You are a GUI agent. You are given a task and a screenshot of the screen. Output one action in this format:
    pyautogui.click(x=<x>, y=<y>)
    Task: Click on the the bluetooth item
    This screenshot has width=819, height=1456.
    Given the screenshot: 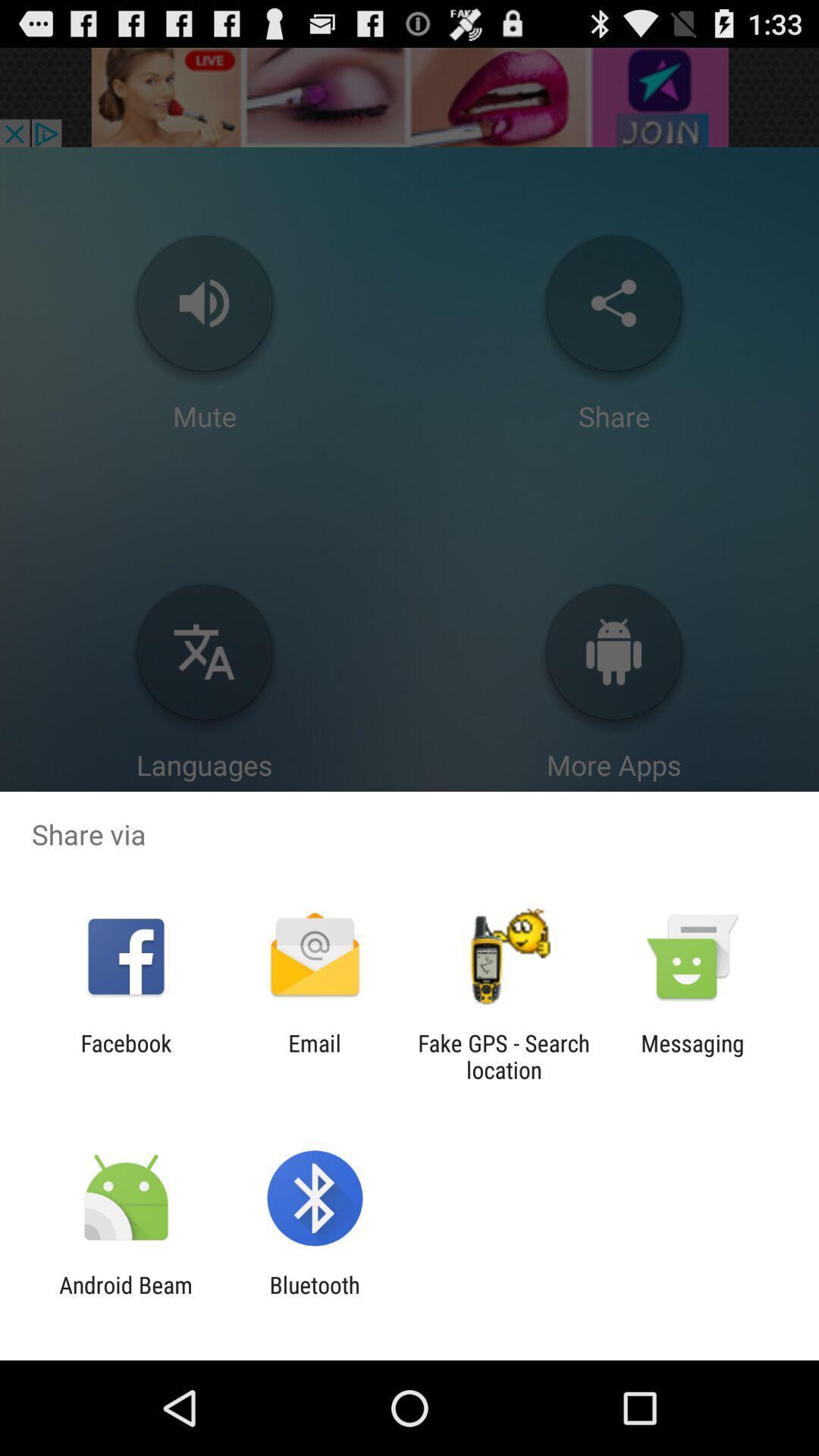 What is the action you would take?
    pyautogui.click(x=314, y=1298)
    